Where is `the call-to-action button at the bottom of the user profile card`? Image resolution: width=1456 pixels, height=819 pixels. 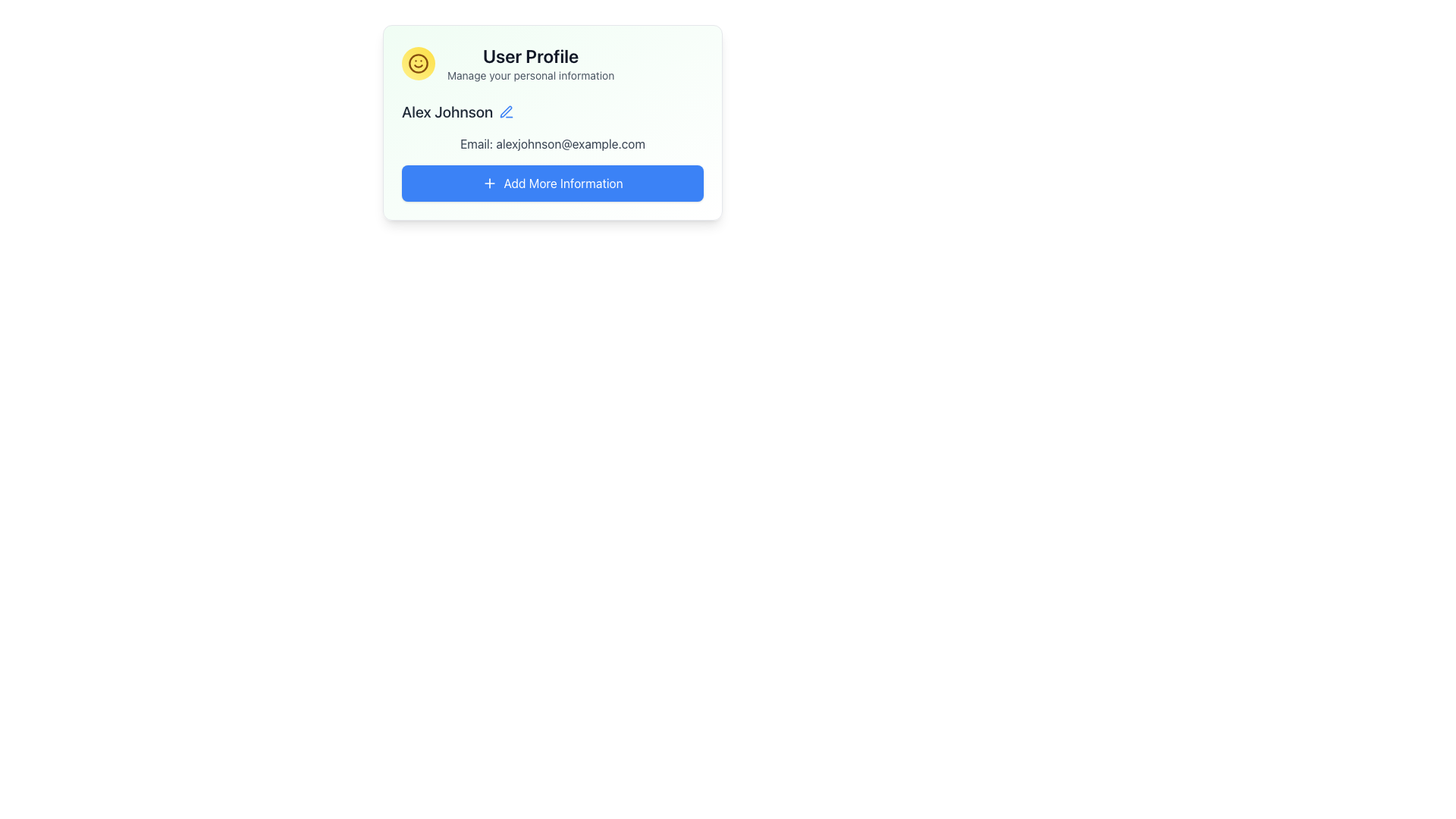 the call-to-action button at the bottom of the user profile card is located at coordinates (552, 183).